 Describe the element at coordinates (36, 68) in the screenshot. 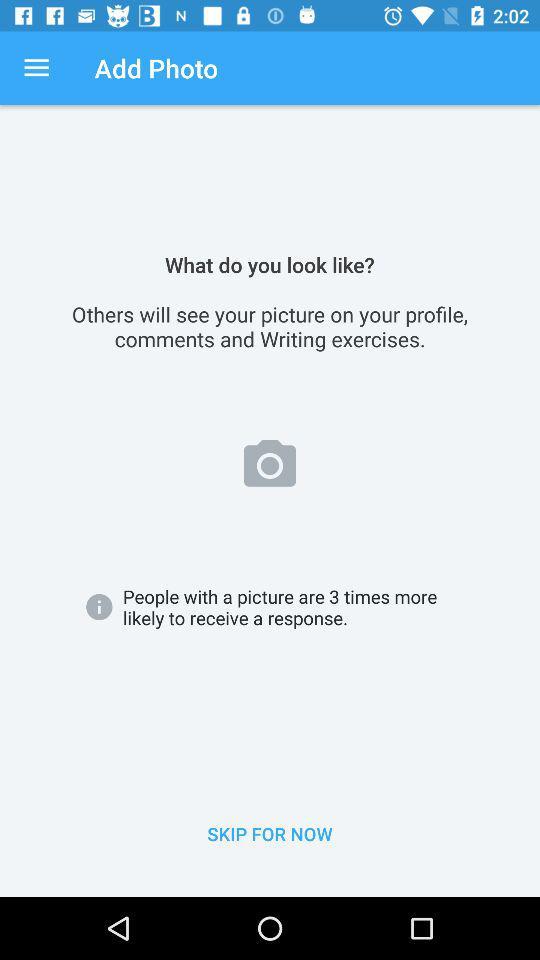

I see `icon above the others will see` at that location.